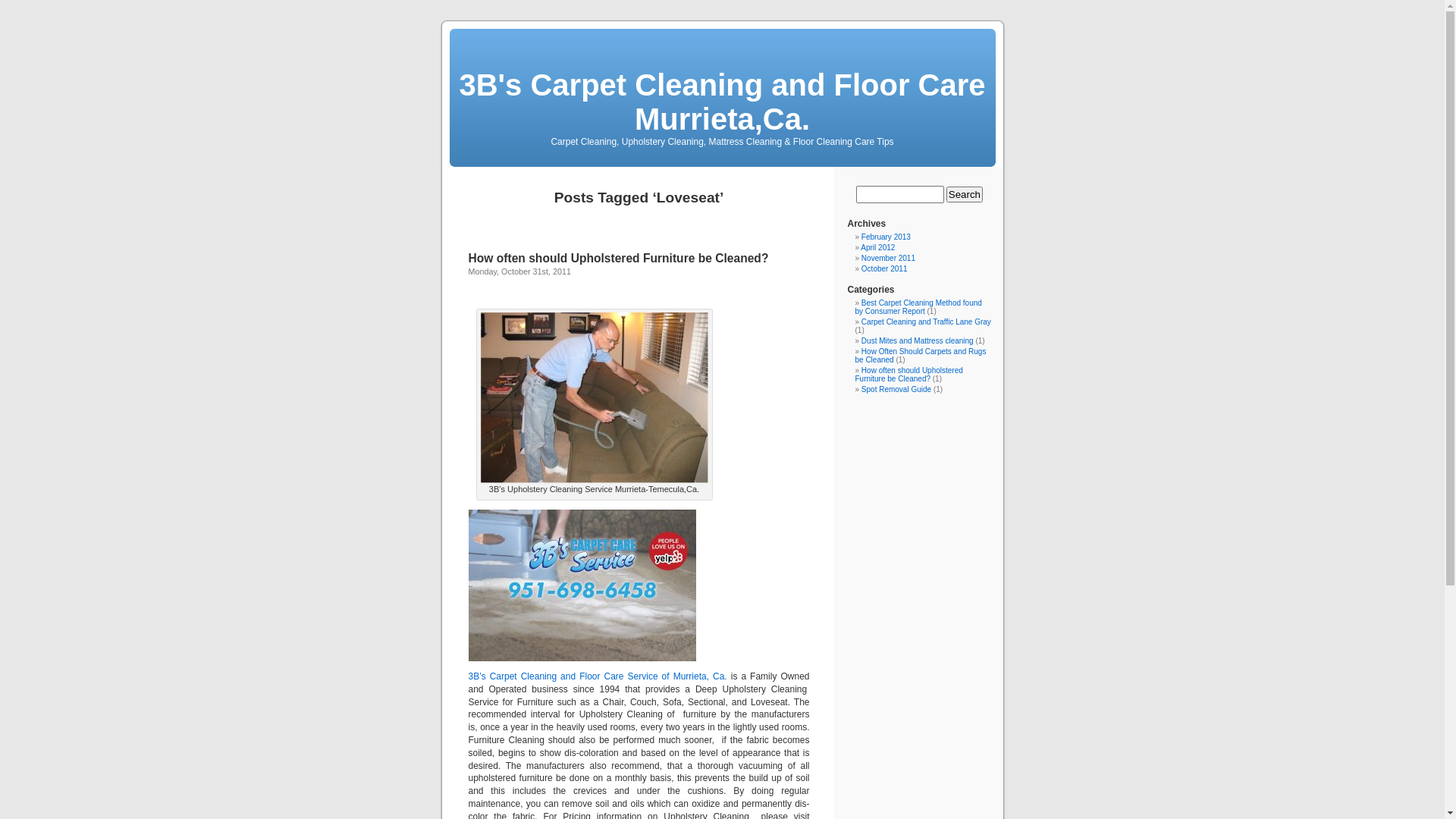 The width and height of the screenshot is (1456, 819). Describe the element at coordinates (884, 268) in the screenshot. I see `'October 2011'` at that location.